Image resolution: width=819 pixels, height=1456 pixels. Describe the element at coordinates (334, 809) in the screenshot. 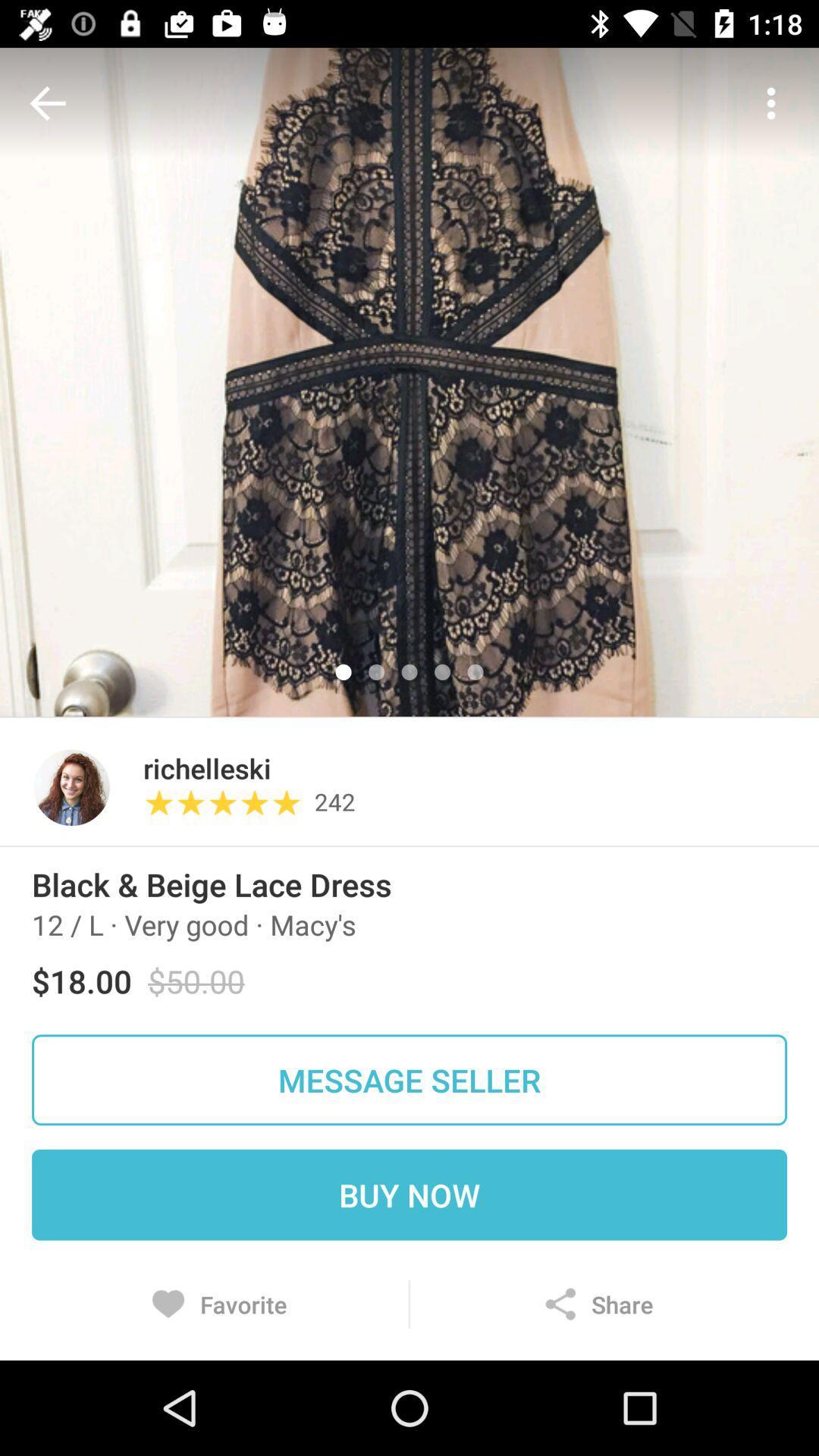

I see `the 242 item` at that location.